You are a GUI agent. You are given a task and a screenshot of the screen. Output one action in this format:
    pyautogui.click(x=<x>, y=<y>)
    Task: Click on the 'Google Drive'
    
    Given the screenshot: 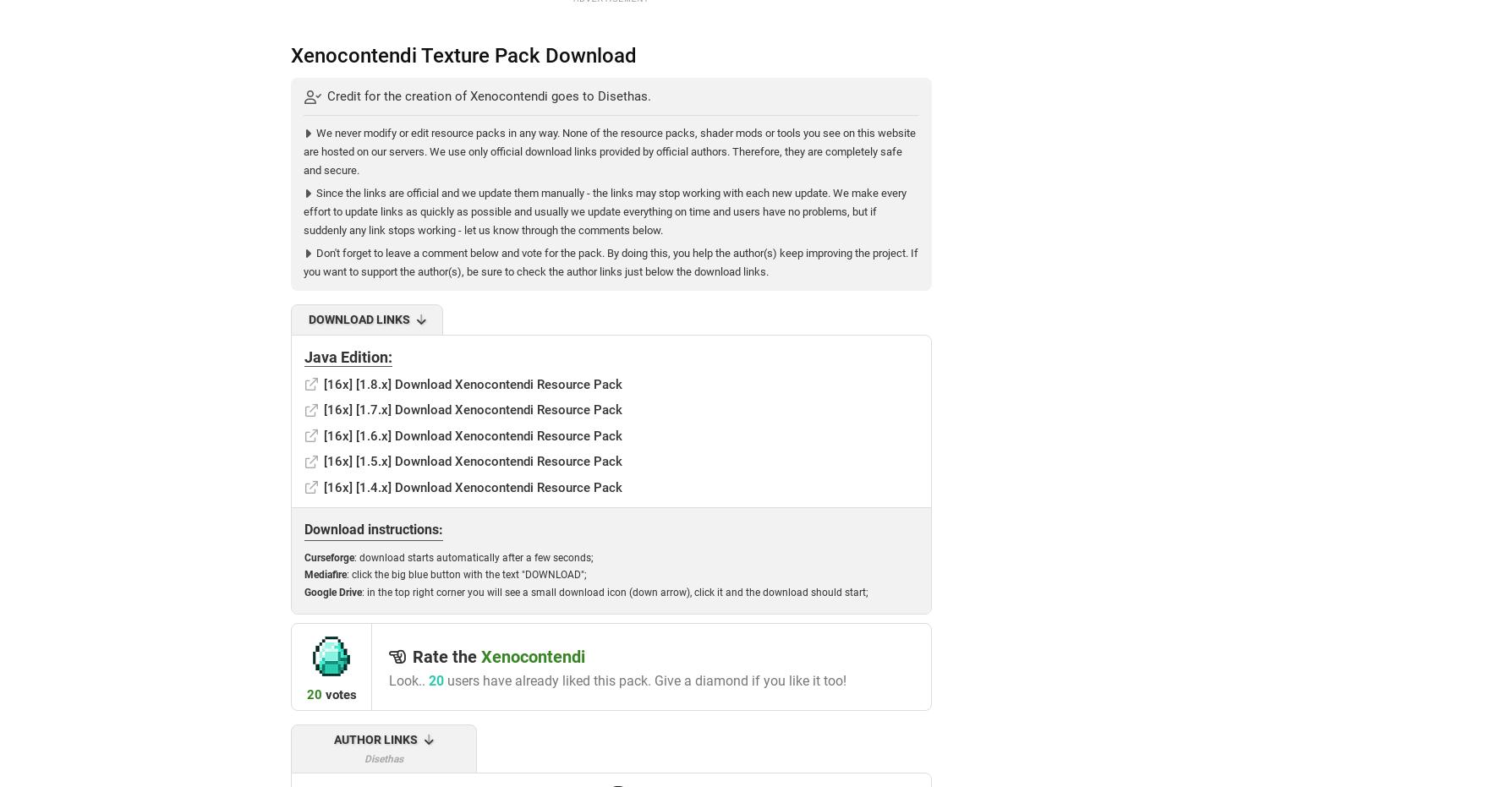 What is the action you would take?
    pyautogui.click(x=332, y=591)
    